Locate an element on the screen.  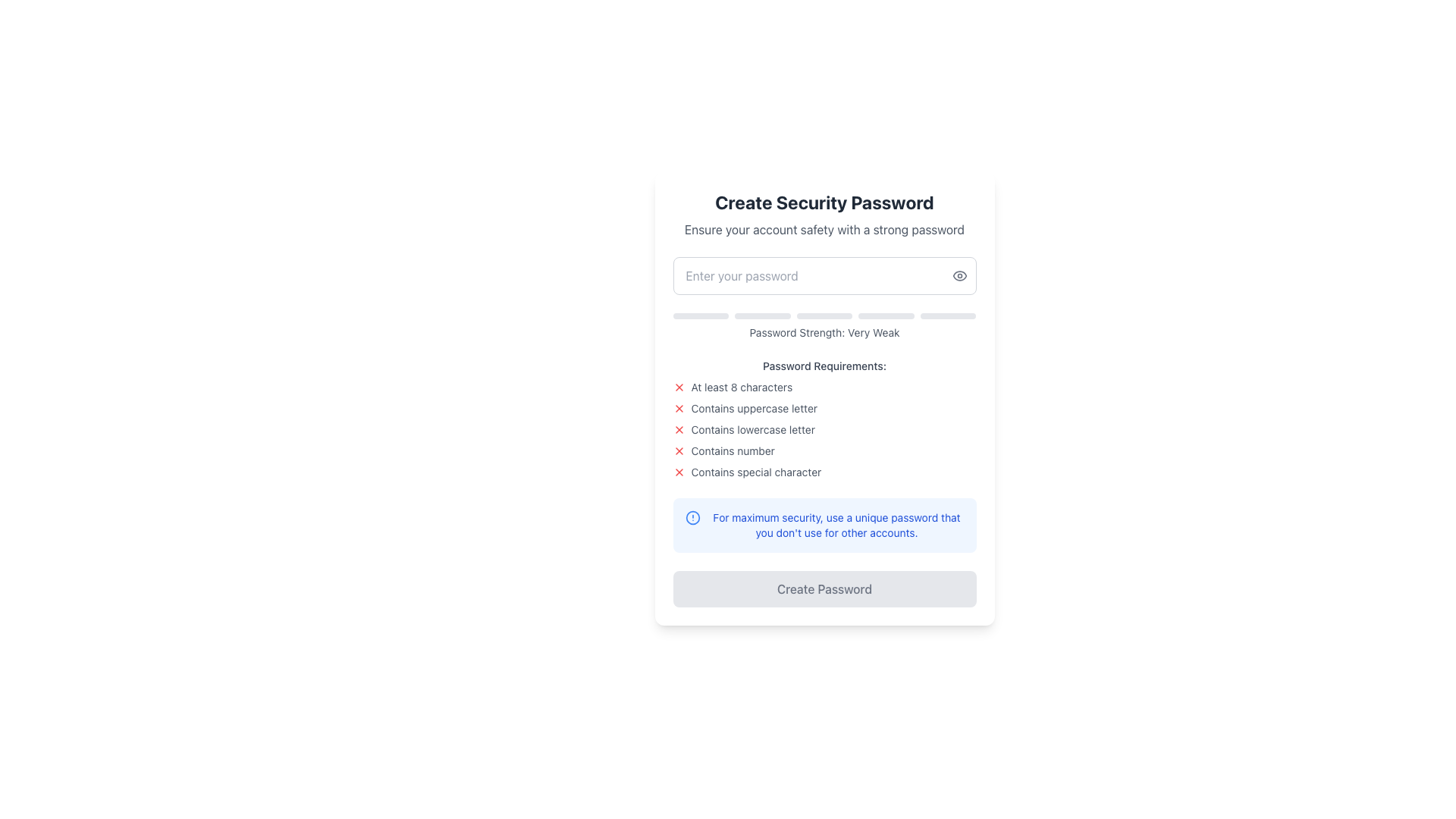
the red 'X' icon indicating that the password requirement 'Contains uppercase letter' has not been met is located at coordinates (678, 408).